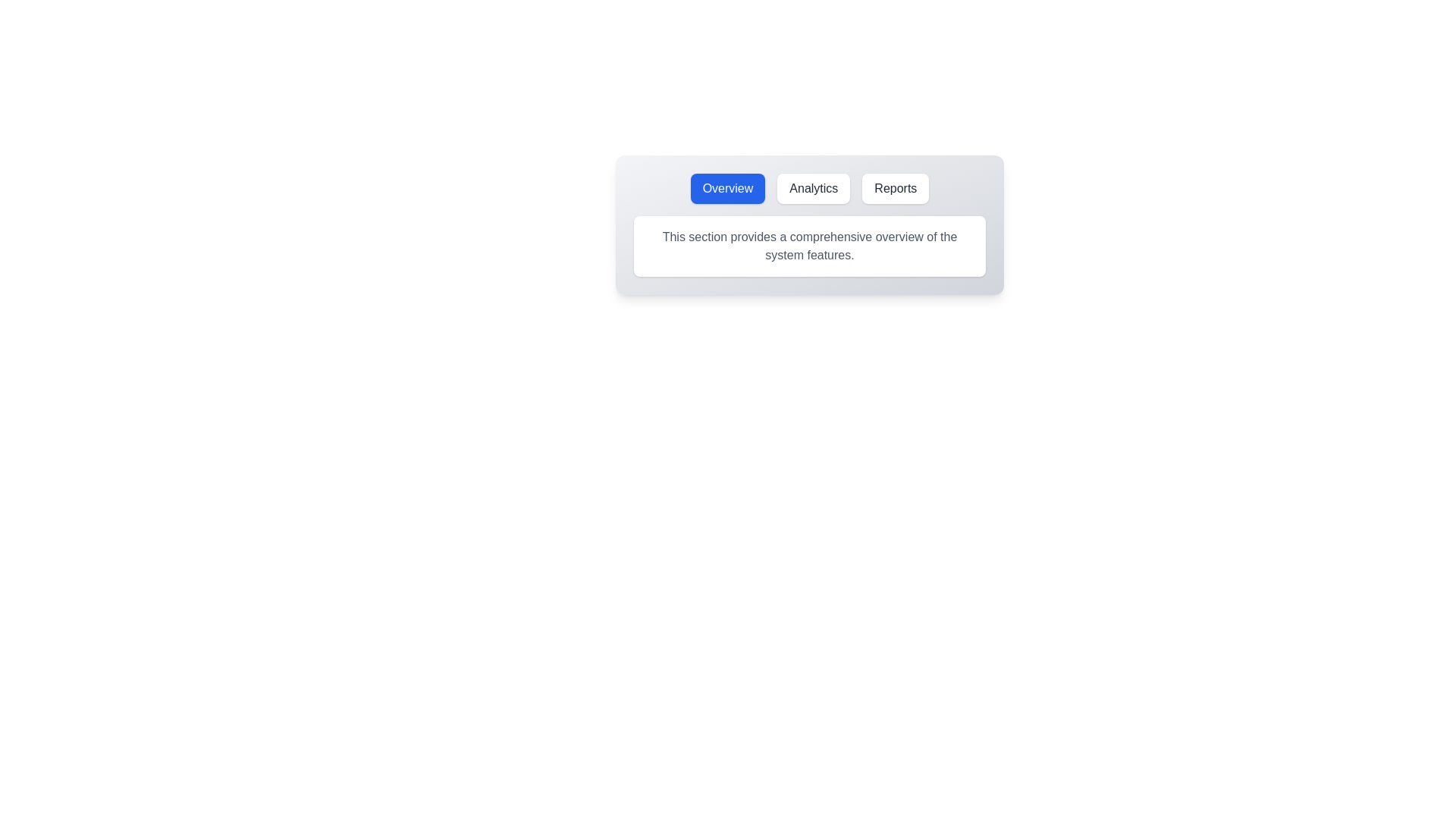  What do you see at coordinates (896, 188) in the screenshot?
I see `the Reports tab by clicking its button` at bounding box center [896, 188].